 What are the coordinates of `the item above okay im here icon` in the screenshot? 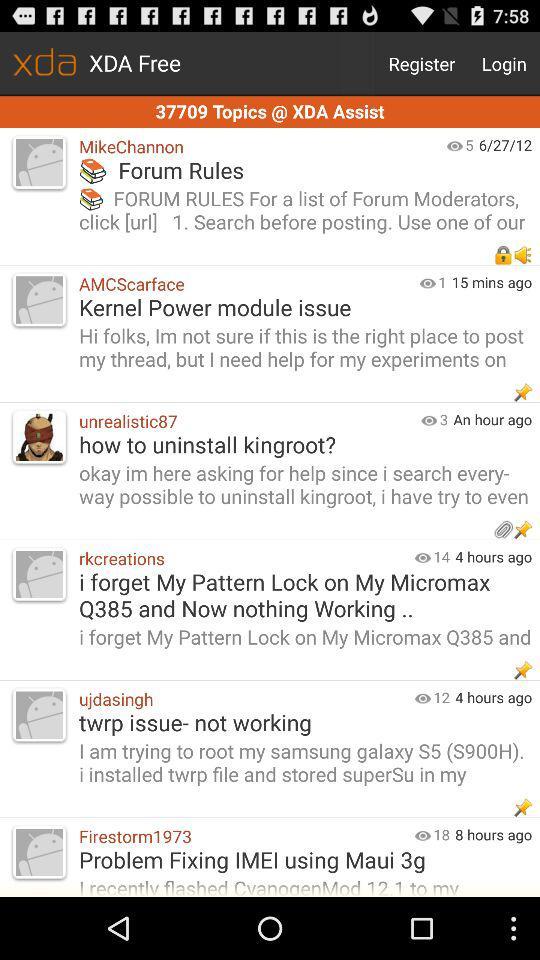 It's located at (245, 421).